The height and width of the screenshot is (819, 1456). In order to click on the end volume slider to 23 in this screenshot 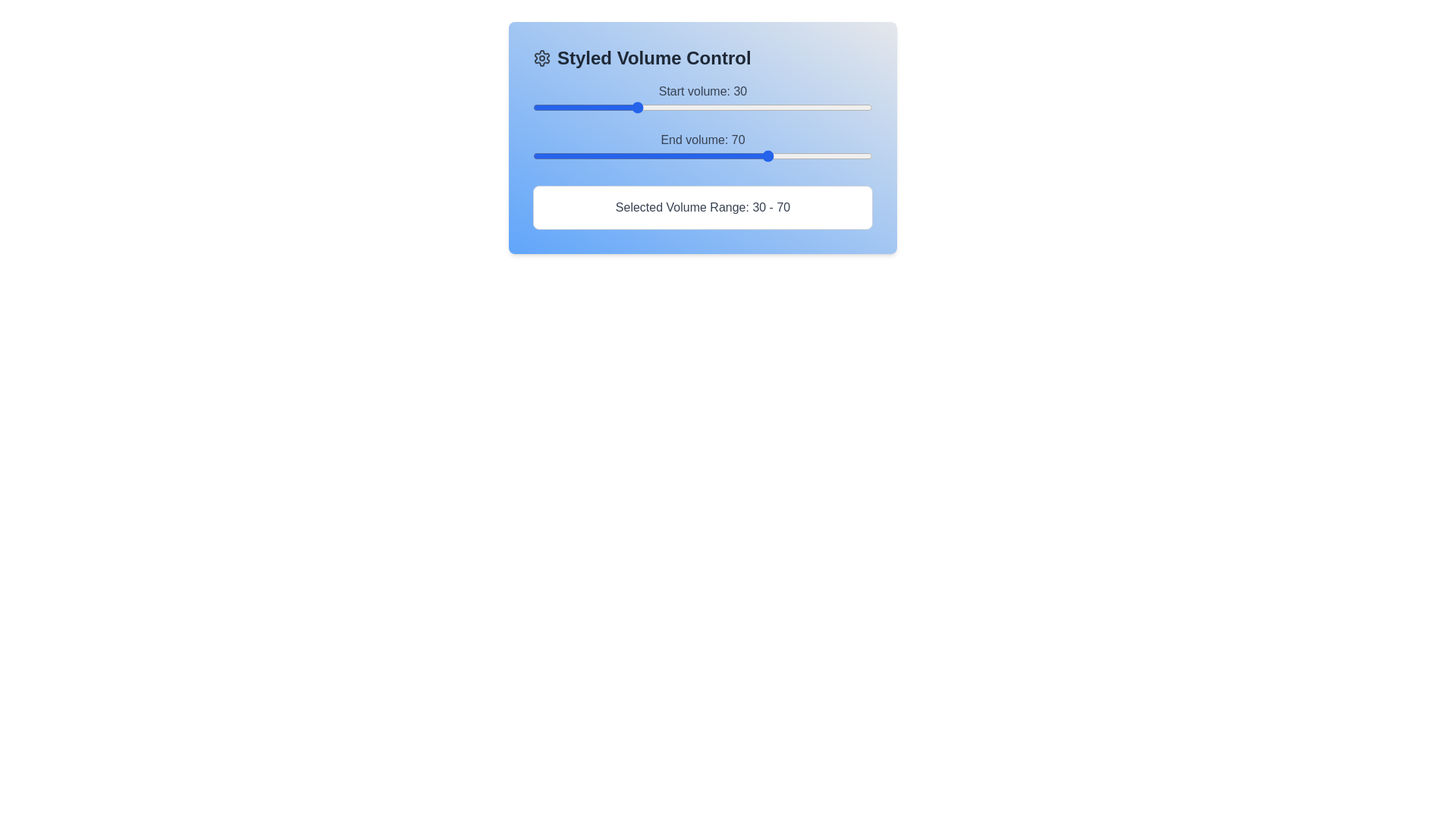, I will do `click(611, 155)`.